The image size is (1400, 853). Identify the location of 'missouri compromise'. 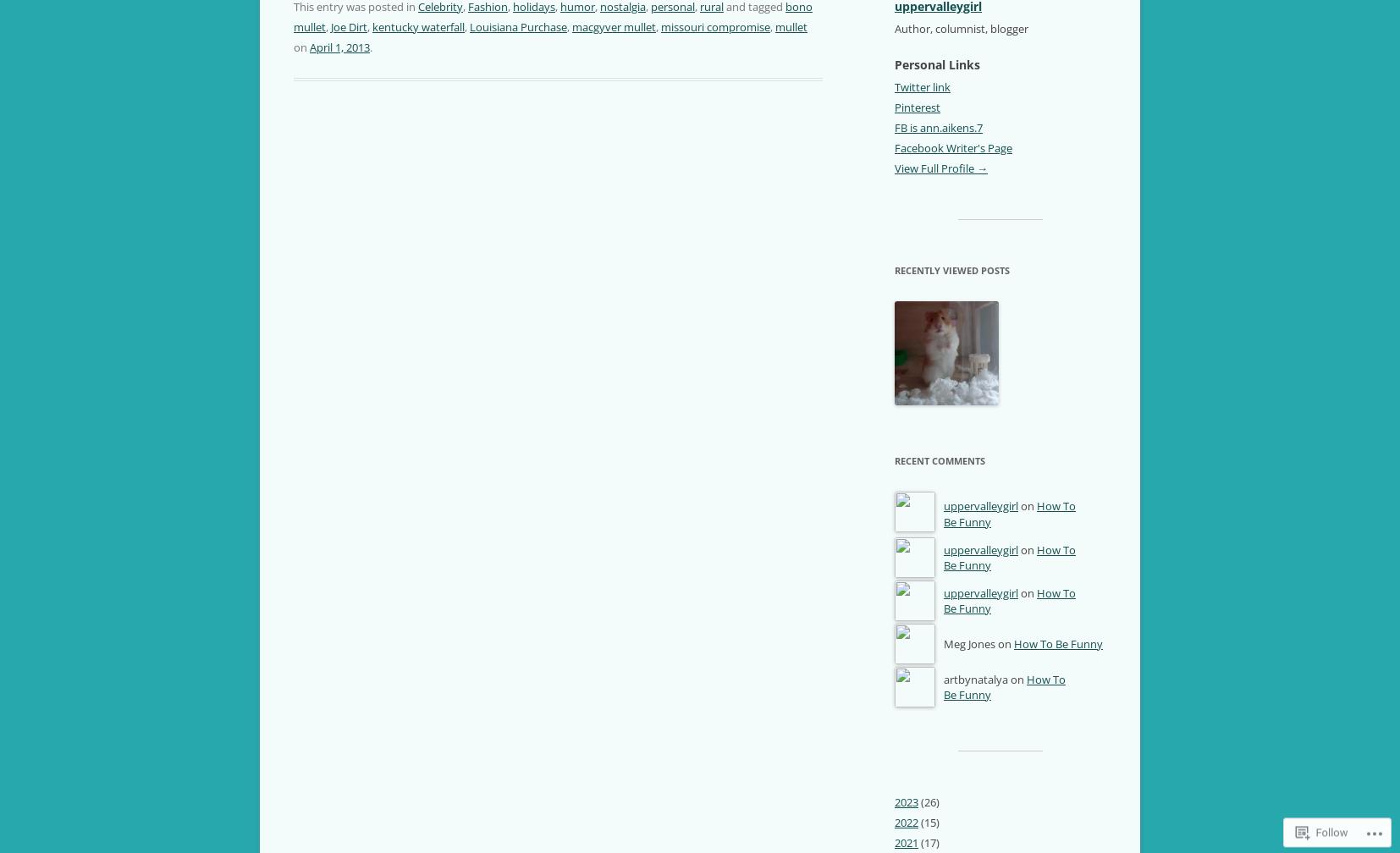
(714, 26).